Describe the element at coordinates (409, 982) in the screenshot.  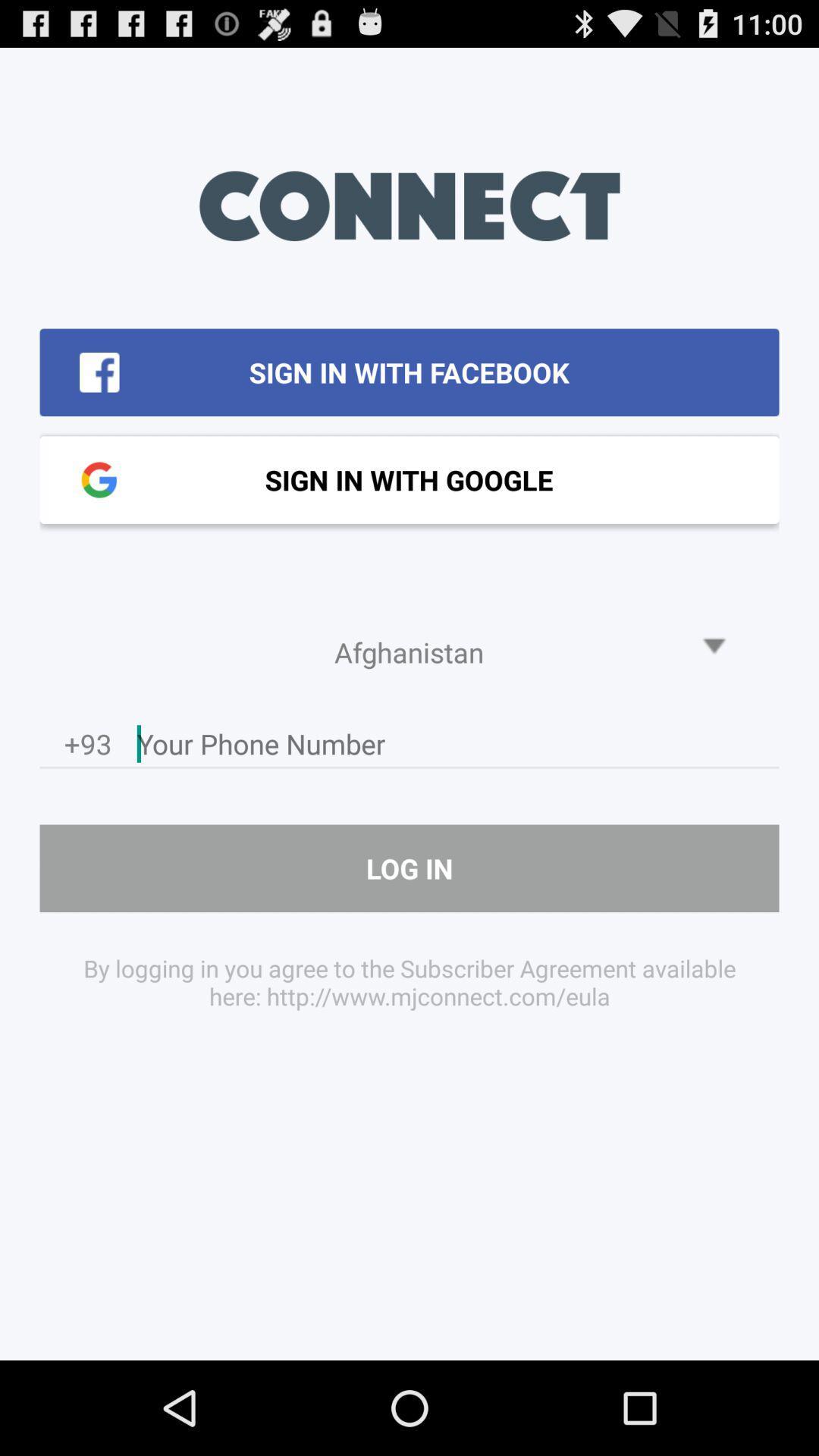
I see `item below log in` at that location.